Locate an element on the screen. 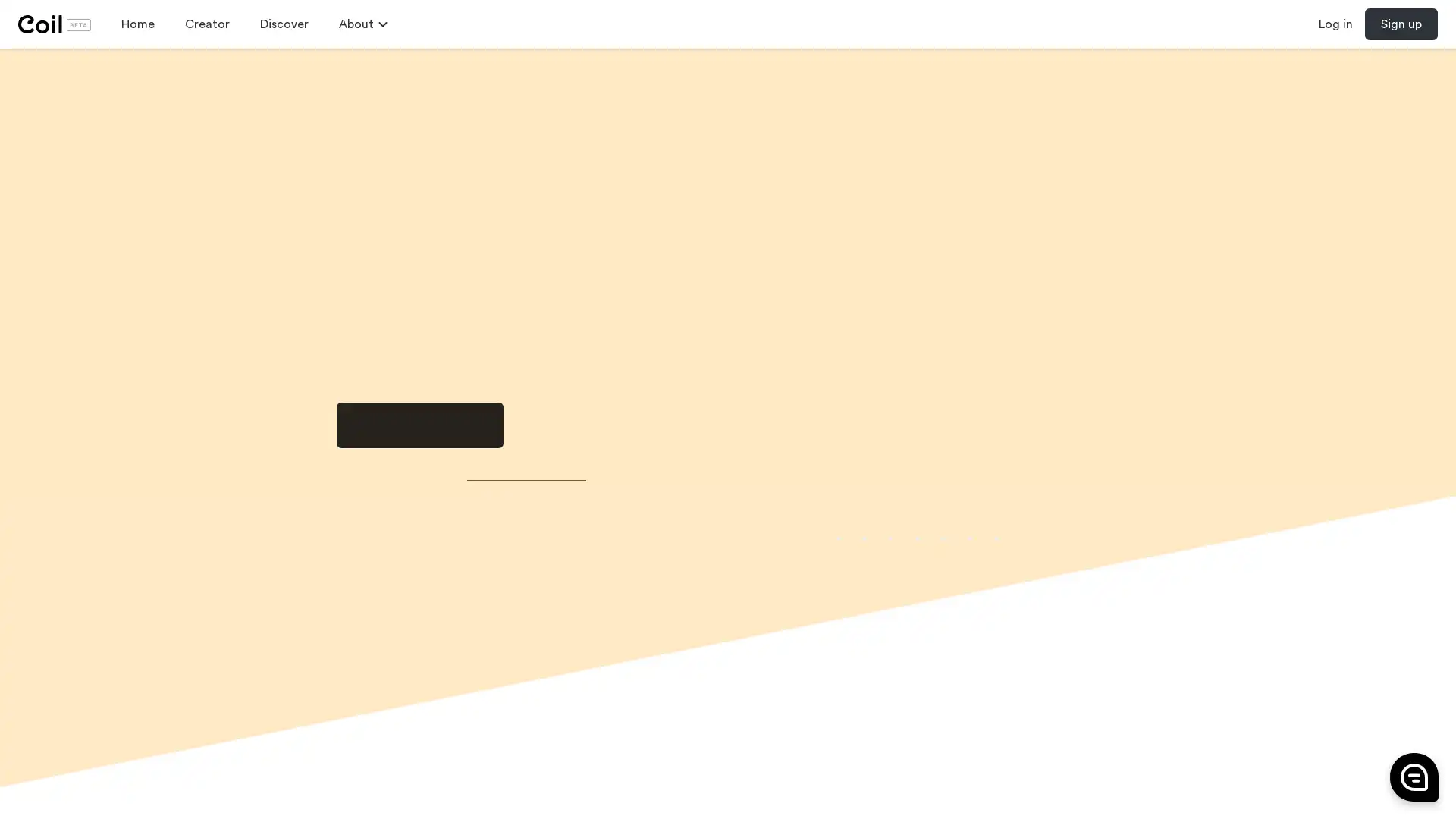 This screenshot has width=1456, height=819. Discover is located at coordinates (284, 24).